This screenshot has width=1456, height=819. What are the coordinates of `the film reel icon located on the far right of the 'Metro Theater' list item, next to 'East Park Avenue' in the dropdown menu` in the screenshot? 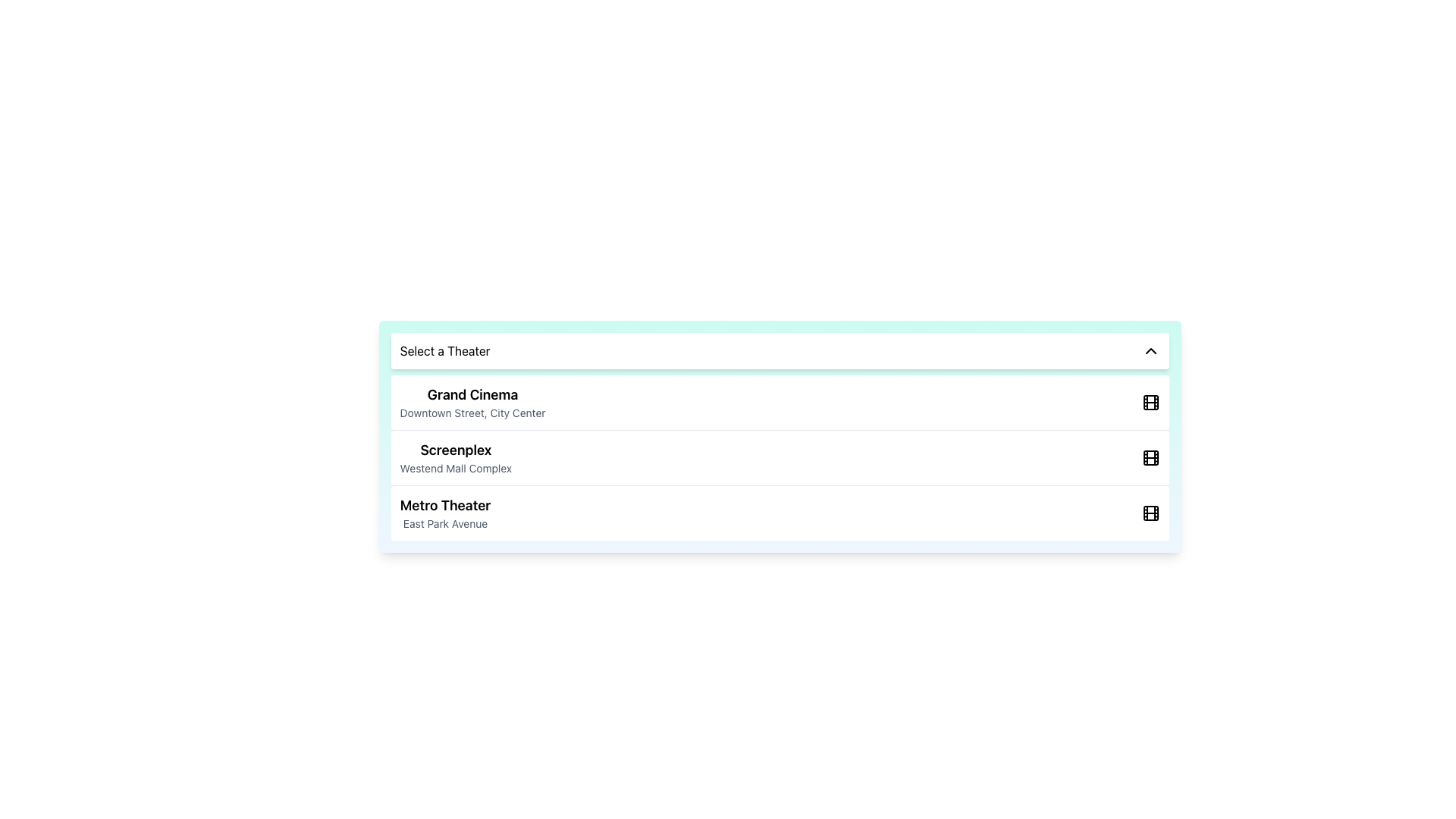 It's located at (1151, 513).